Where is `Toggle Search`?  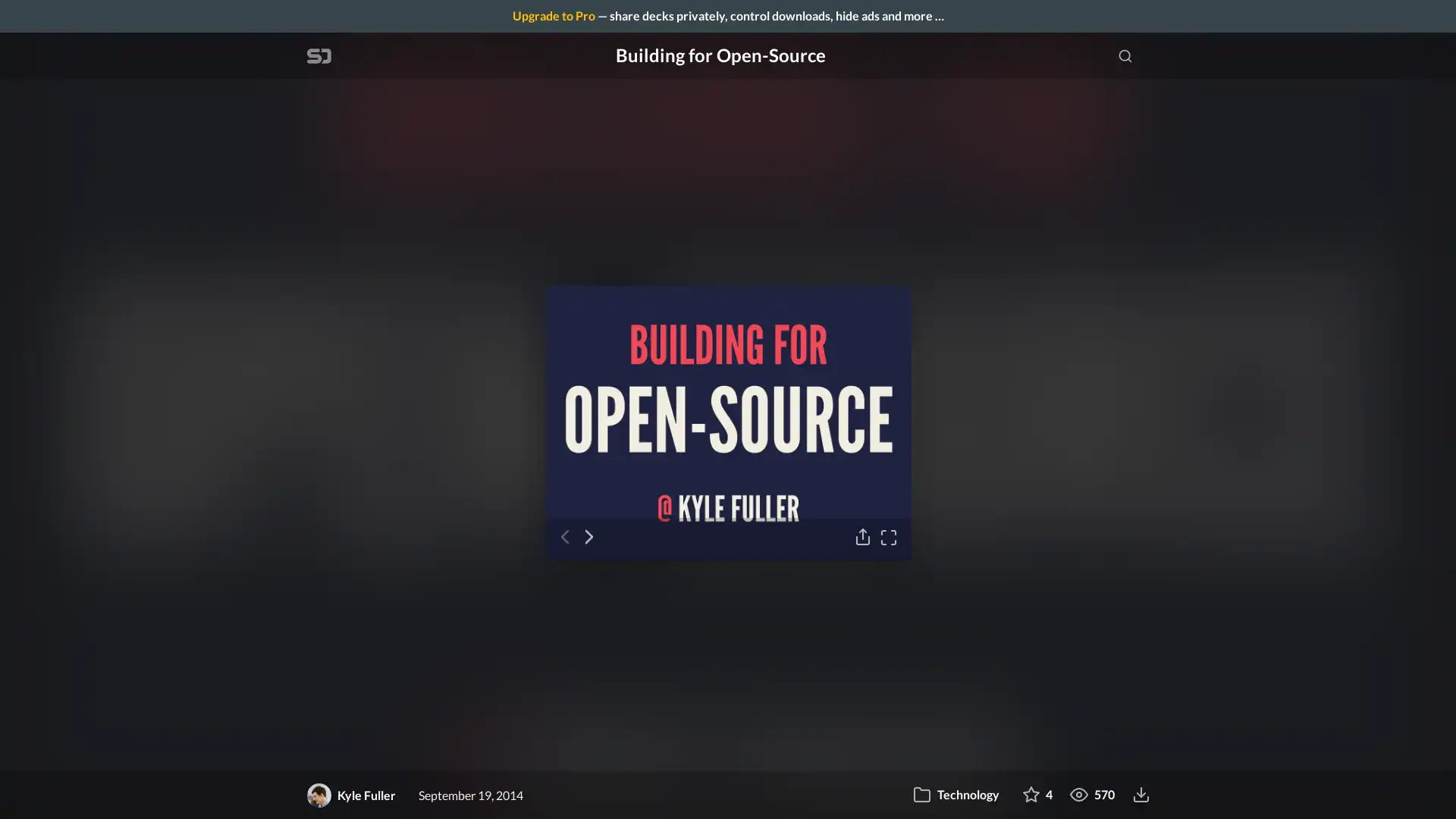
Toggle Search is located at coordinates (1125, 55).